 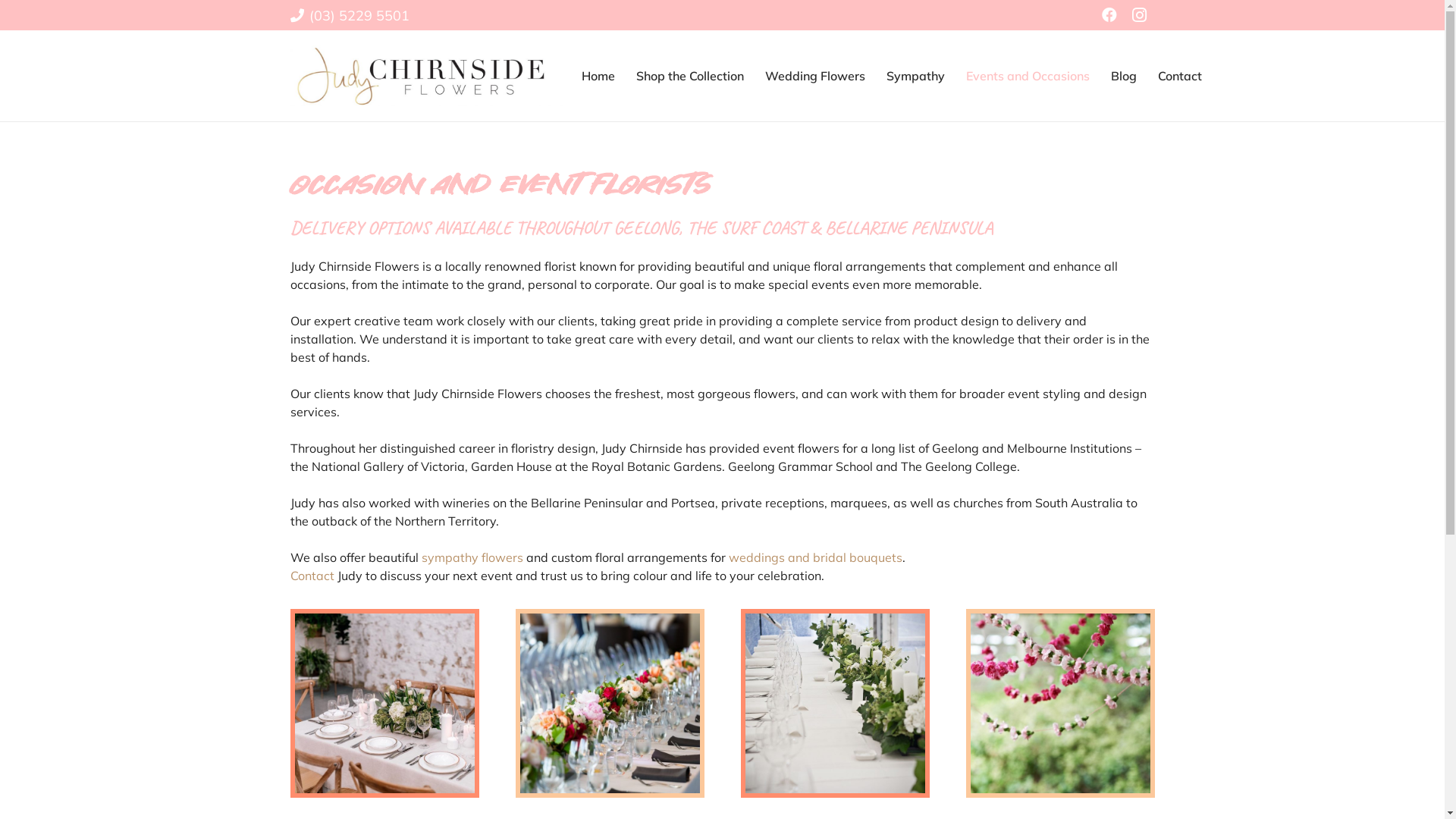 What do you see at coordinates (1124, 76) in the screenshot?
I see `'Blog'` at bounding box center [1124, 76].